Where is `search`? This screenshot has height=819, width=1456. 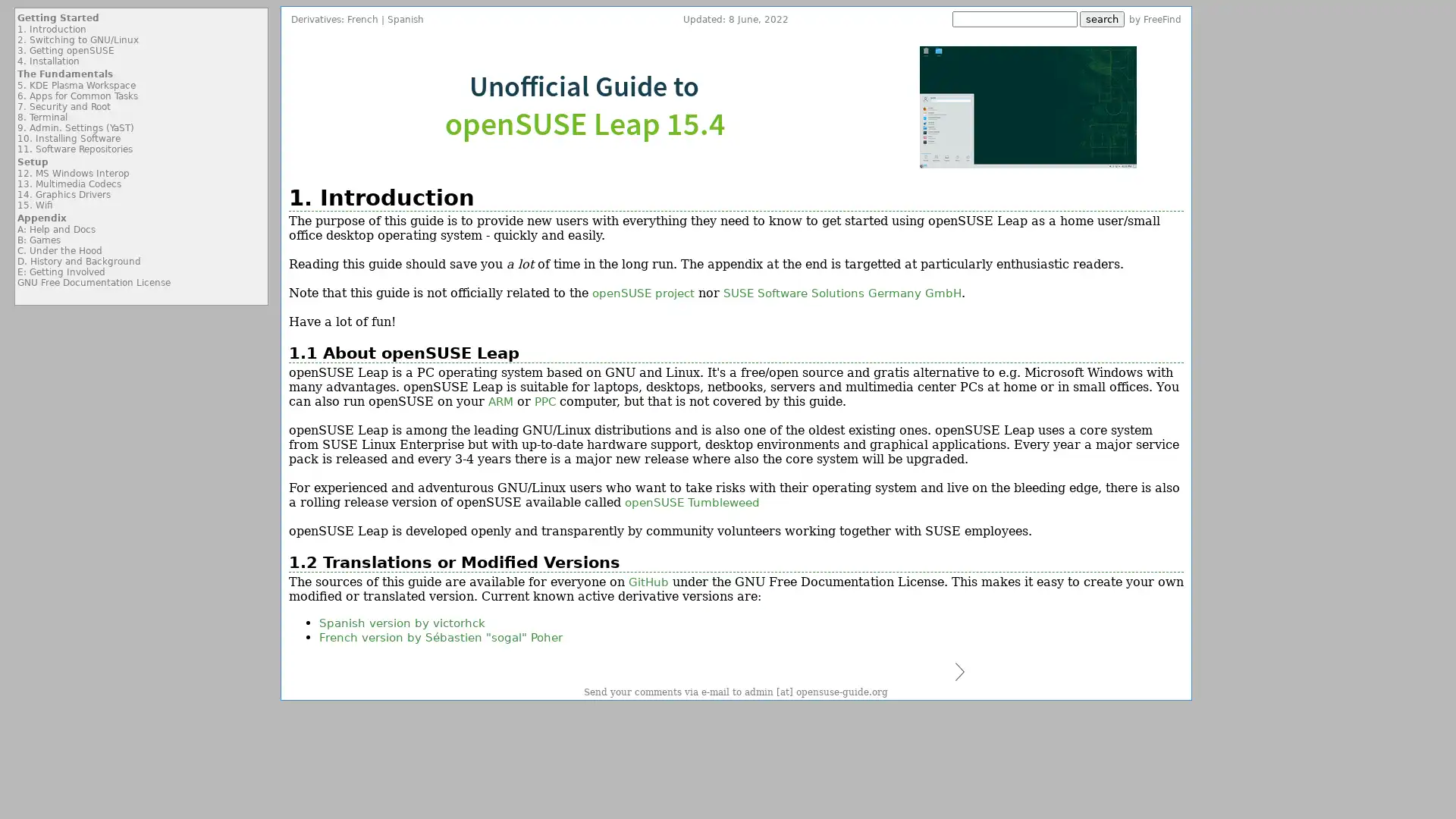
search is located at coordinates (1102, 19).